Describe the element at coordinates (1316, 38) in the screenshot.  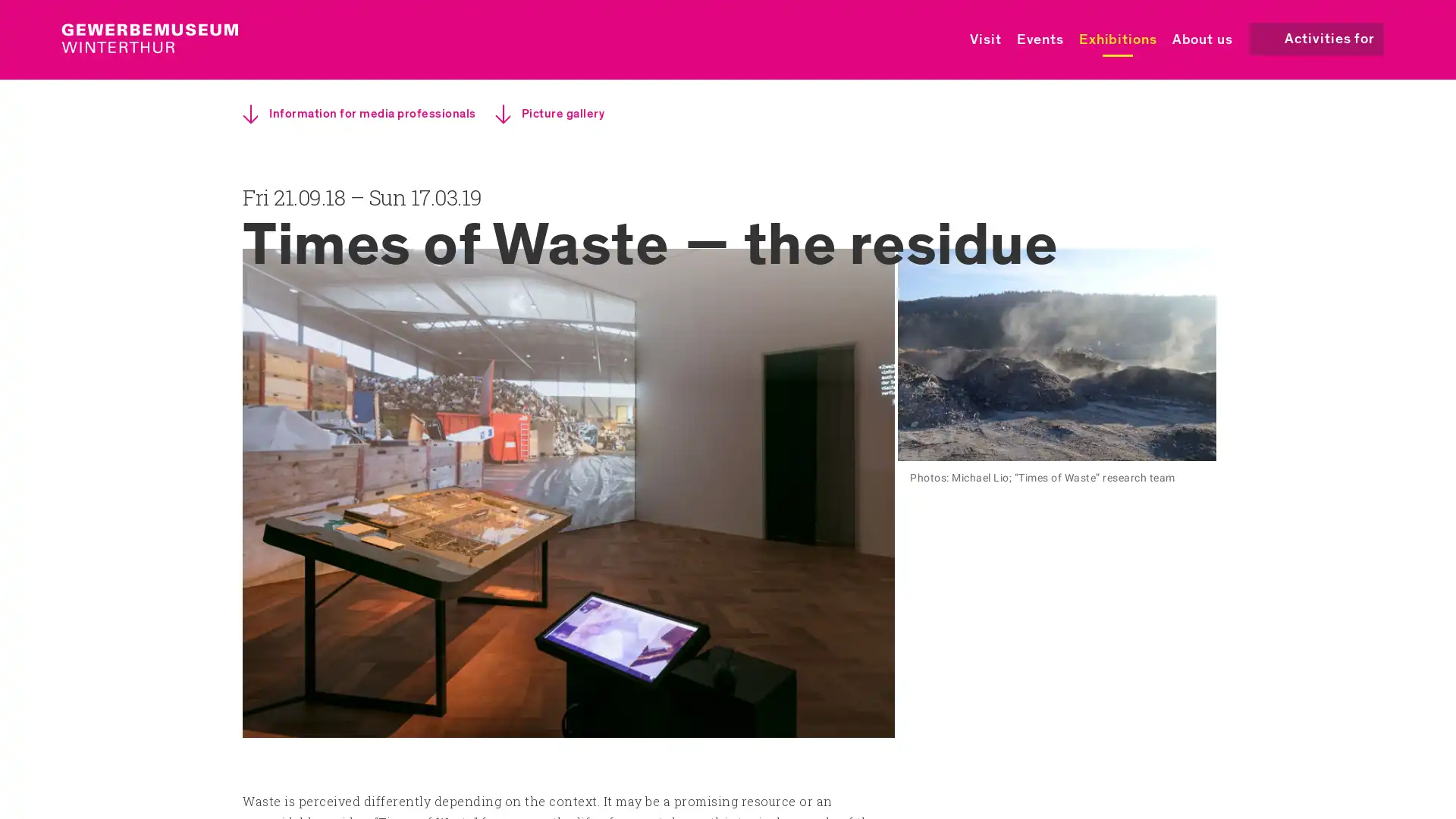
I see `Activities for` at that location.